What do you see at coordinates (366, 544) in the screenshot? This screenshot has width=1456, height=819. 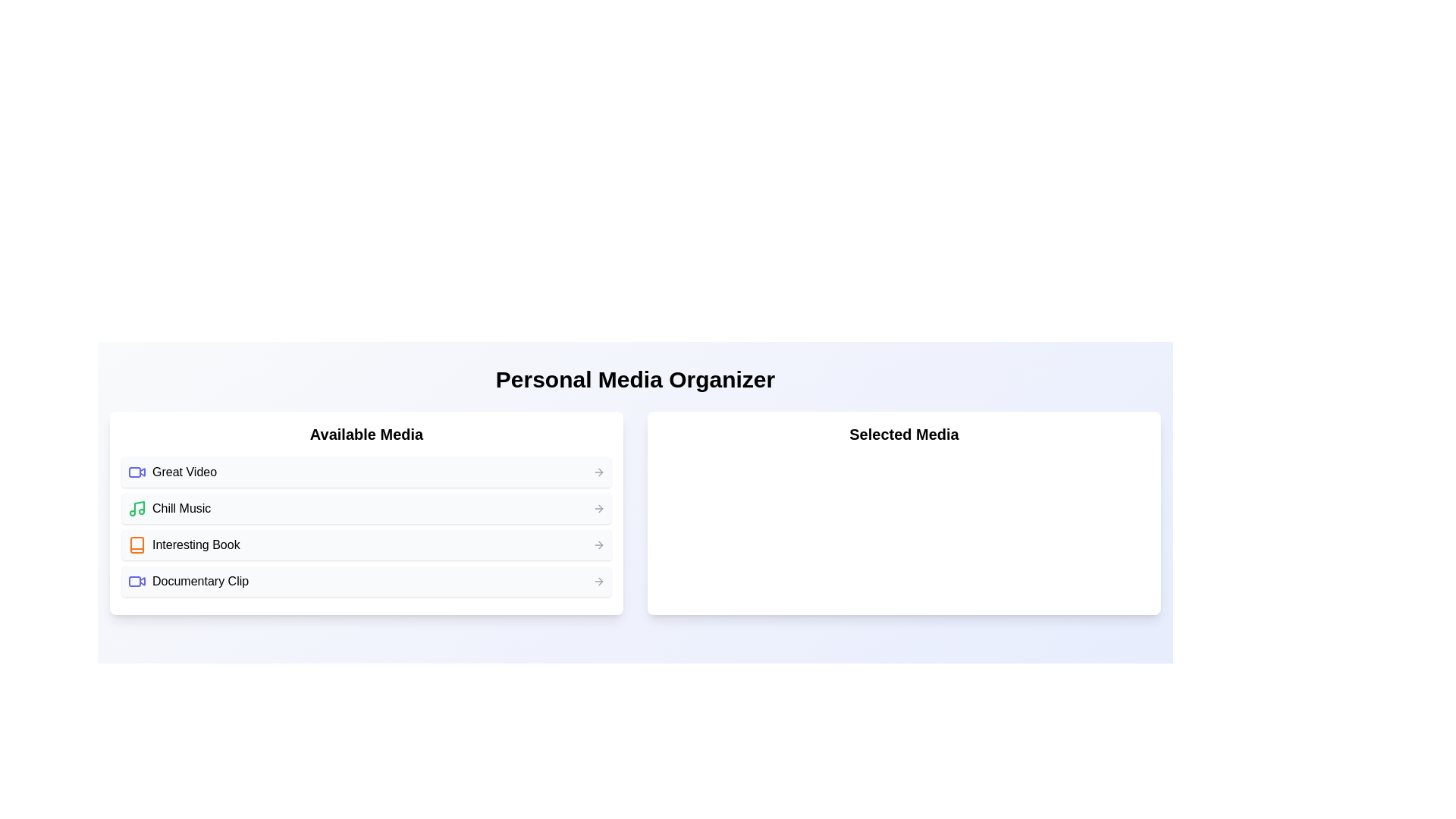 I see `the 'Interesting Book' list item in the 'Available Media' section` at bounding box center [366, 544].